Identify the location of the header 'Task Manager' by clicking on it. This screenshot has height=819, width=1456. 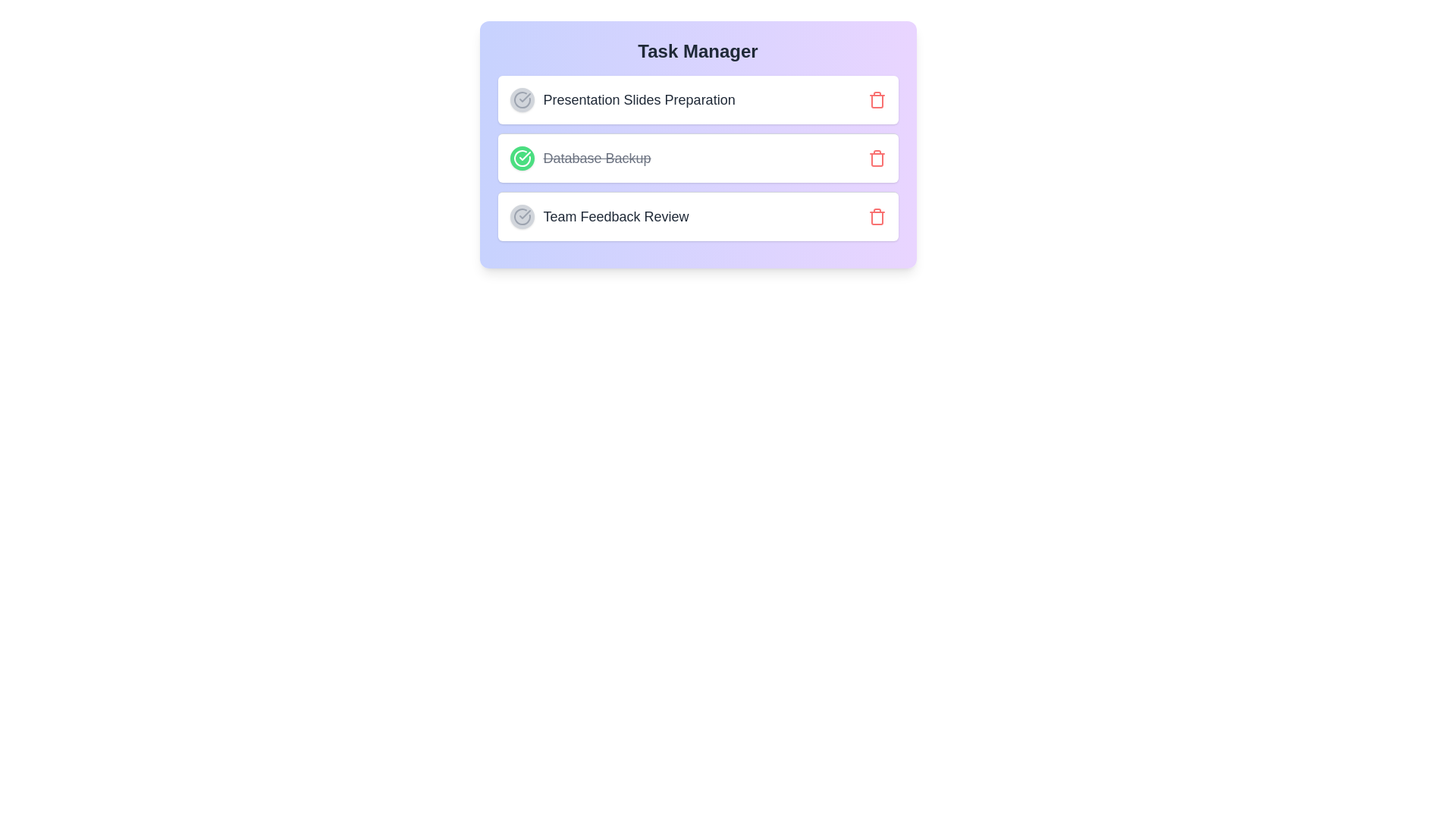
(697, 51).